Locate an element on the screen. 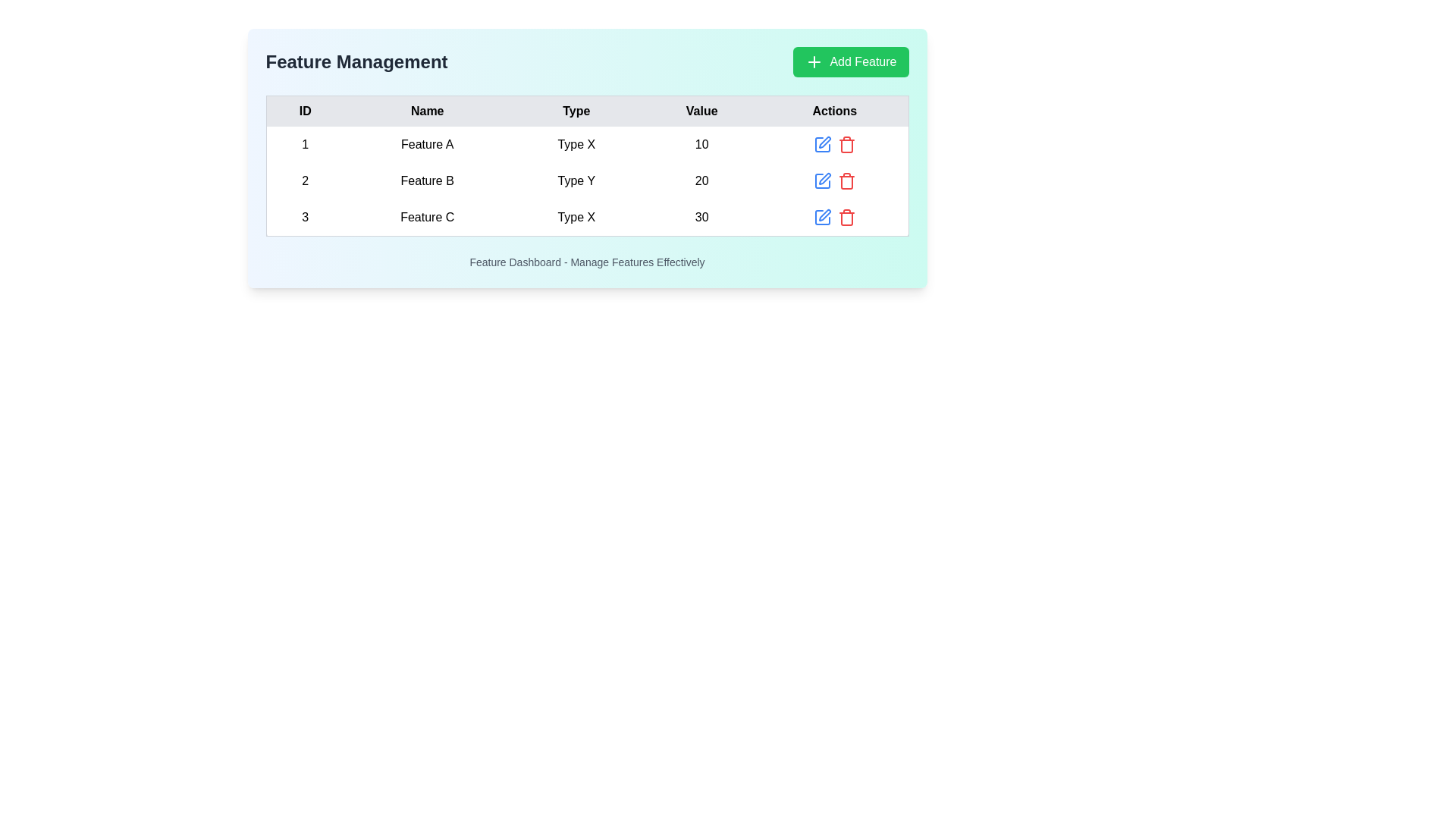 The width and height of the screenshot is (1456, 819). the static text element displaying the number '2' located in the second row under the 'ID' column of the table is located at coordinates (304, 180).